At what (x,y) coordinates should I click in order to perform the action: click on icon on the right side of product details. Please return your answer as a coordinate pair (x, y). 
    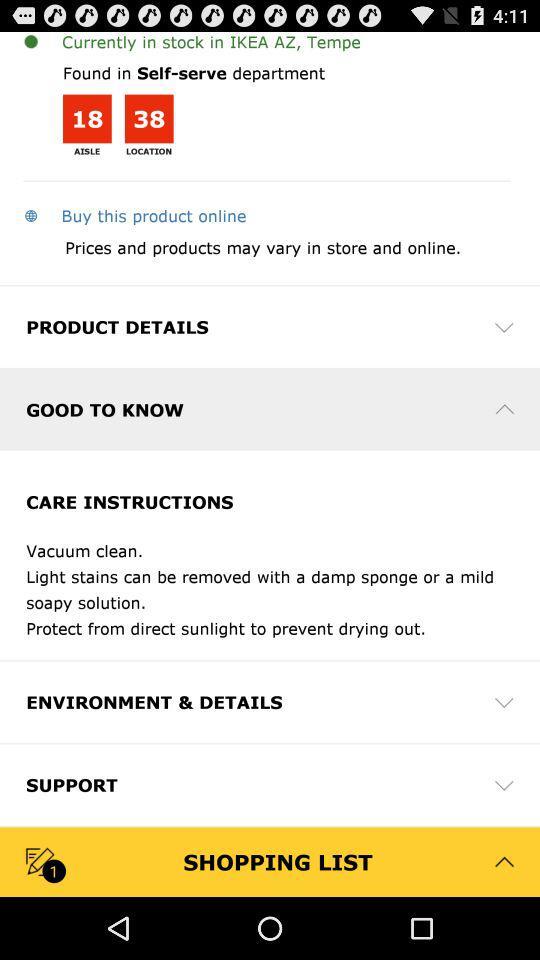
    Looking at the image, I should click on (503, 326).